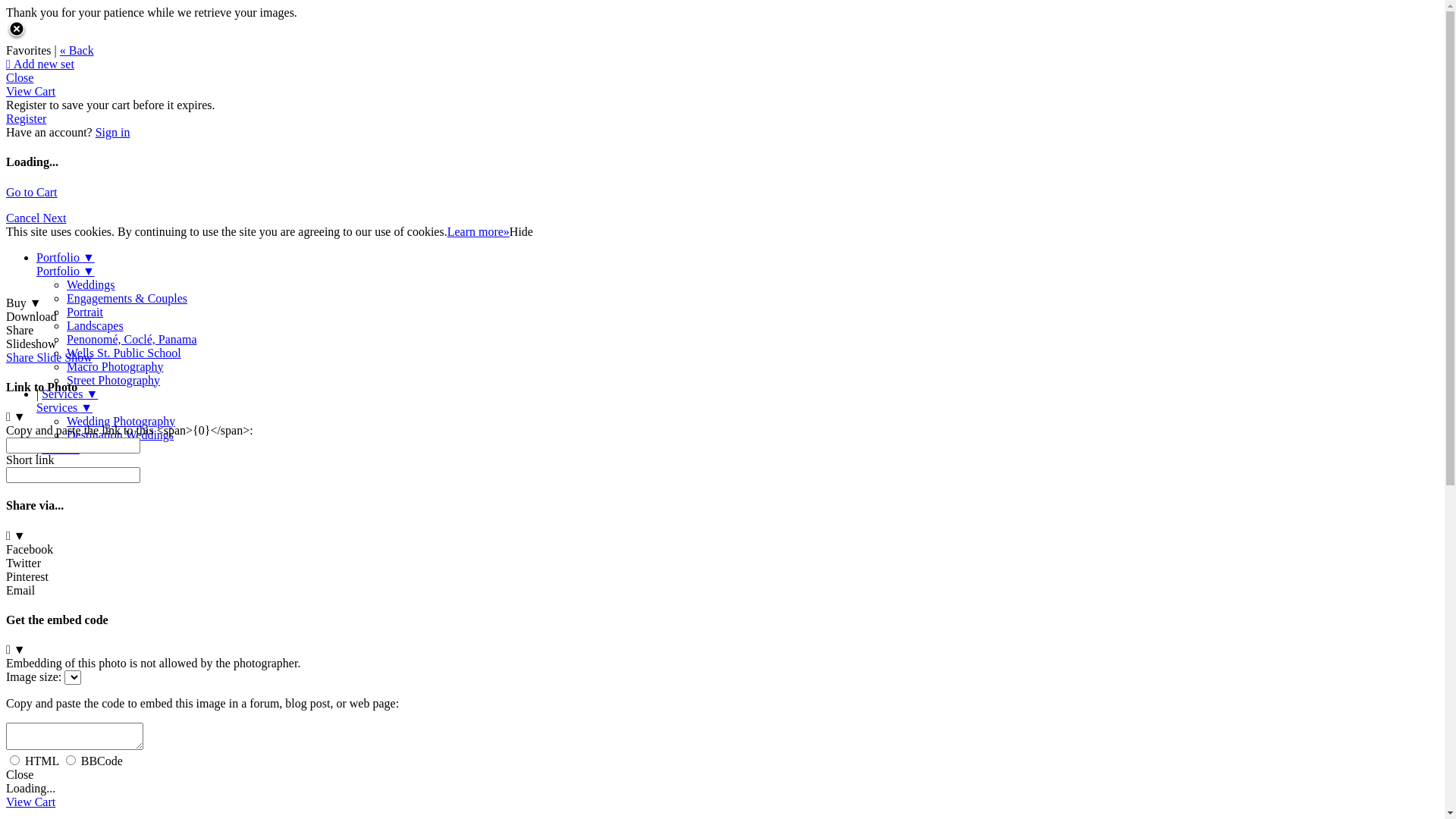 This screenshot has height=819, width=1456. I want to click on 'Destination Weddings', so click(119, 435).